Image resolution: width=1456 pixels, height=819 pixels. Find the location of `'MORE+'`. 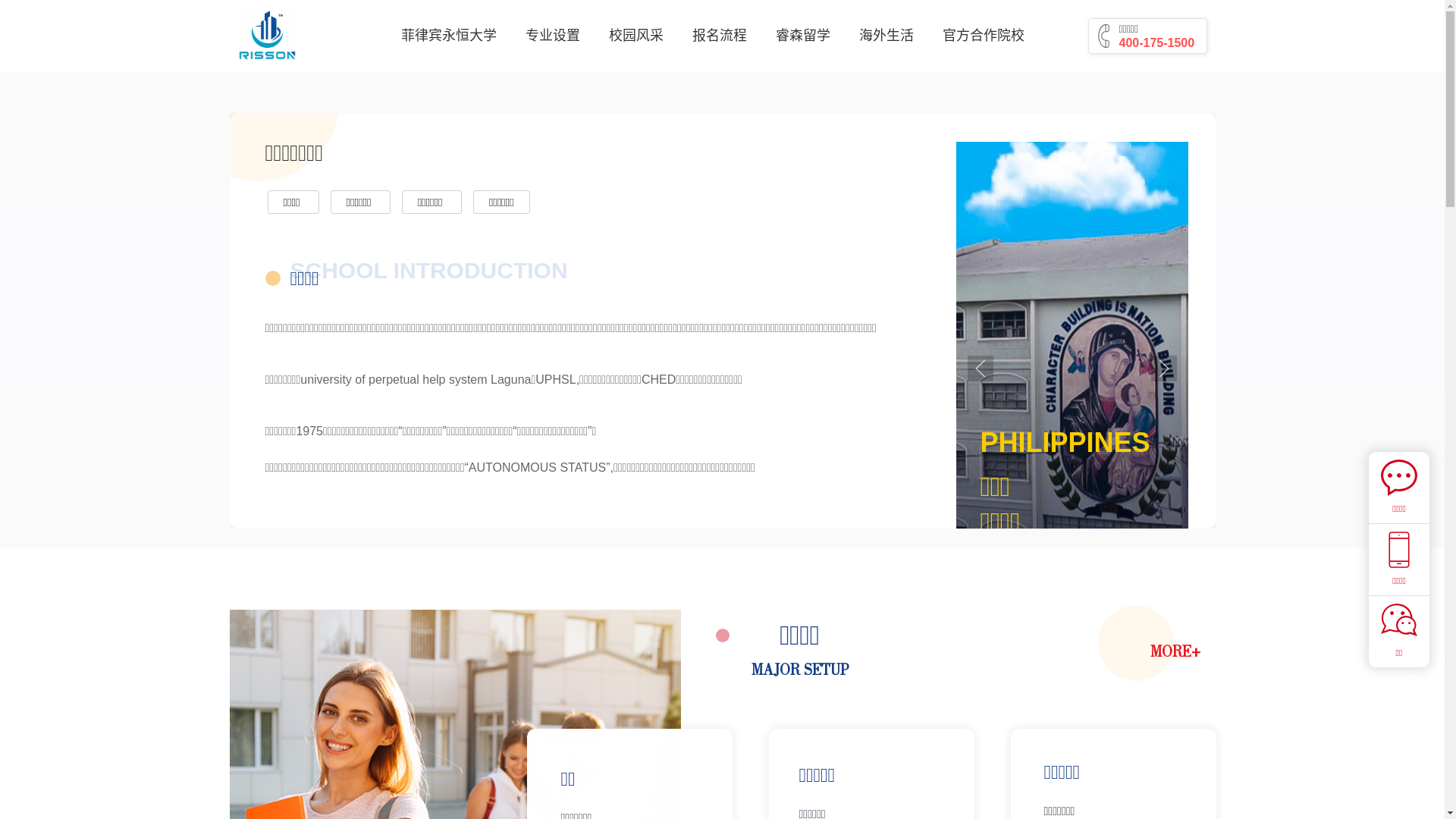

'MORE+' is located at coordinates (1174, 651).